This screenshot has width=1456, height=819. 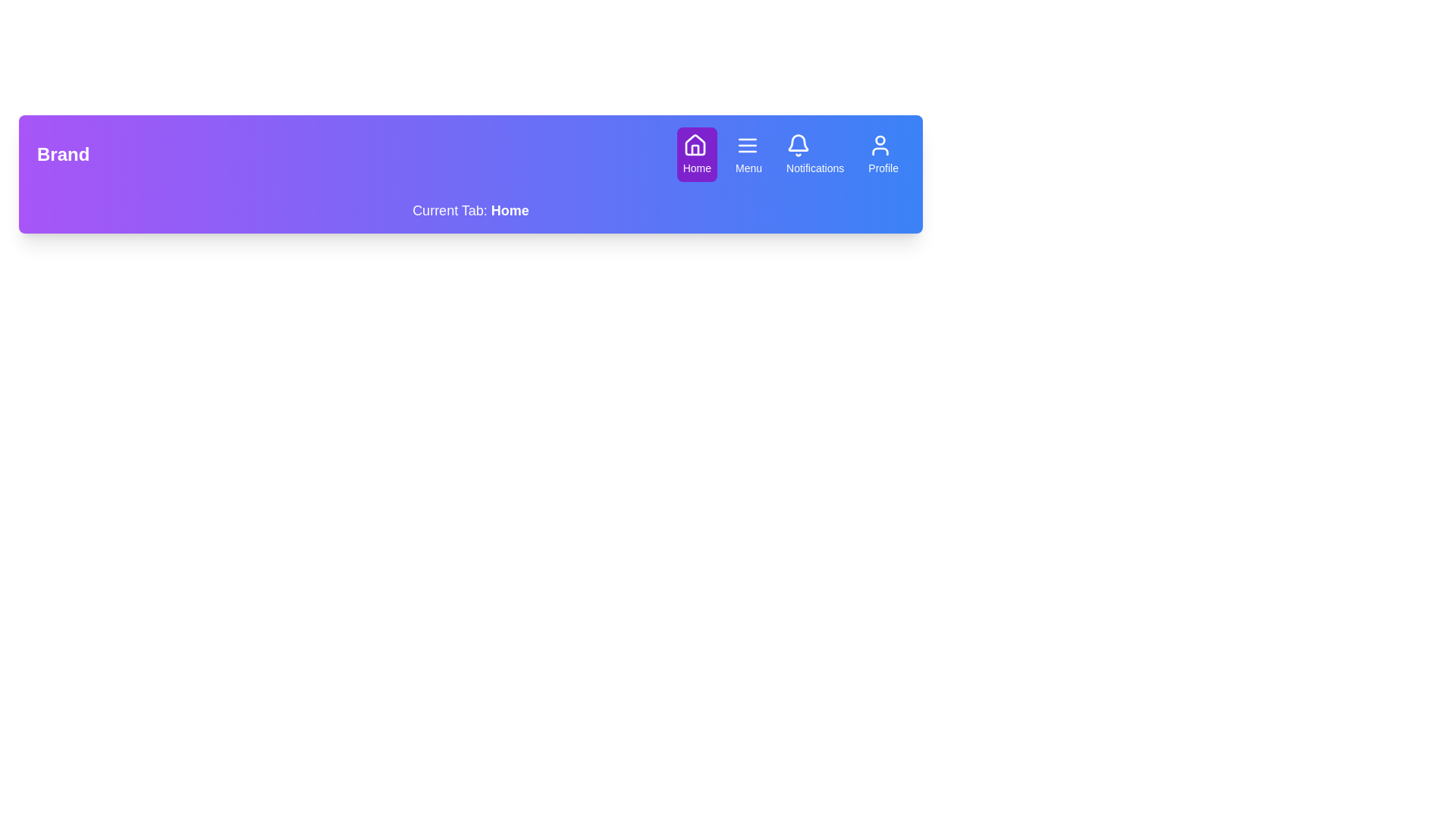 I want to click on the circular shape element within the SVG graphic that enhances the user profile icon, located in the upper-right corner of the navigation bar, adjacent to the 'Profile' text label, so click(x=880, y=140).